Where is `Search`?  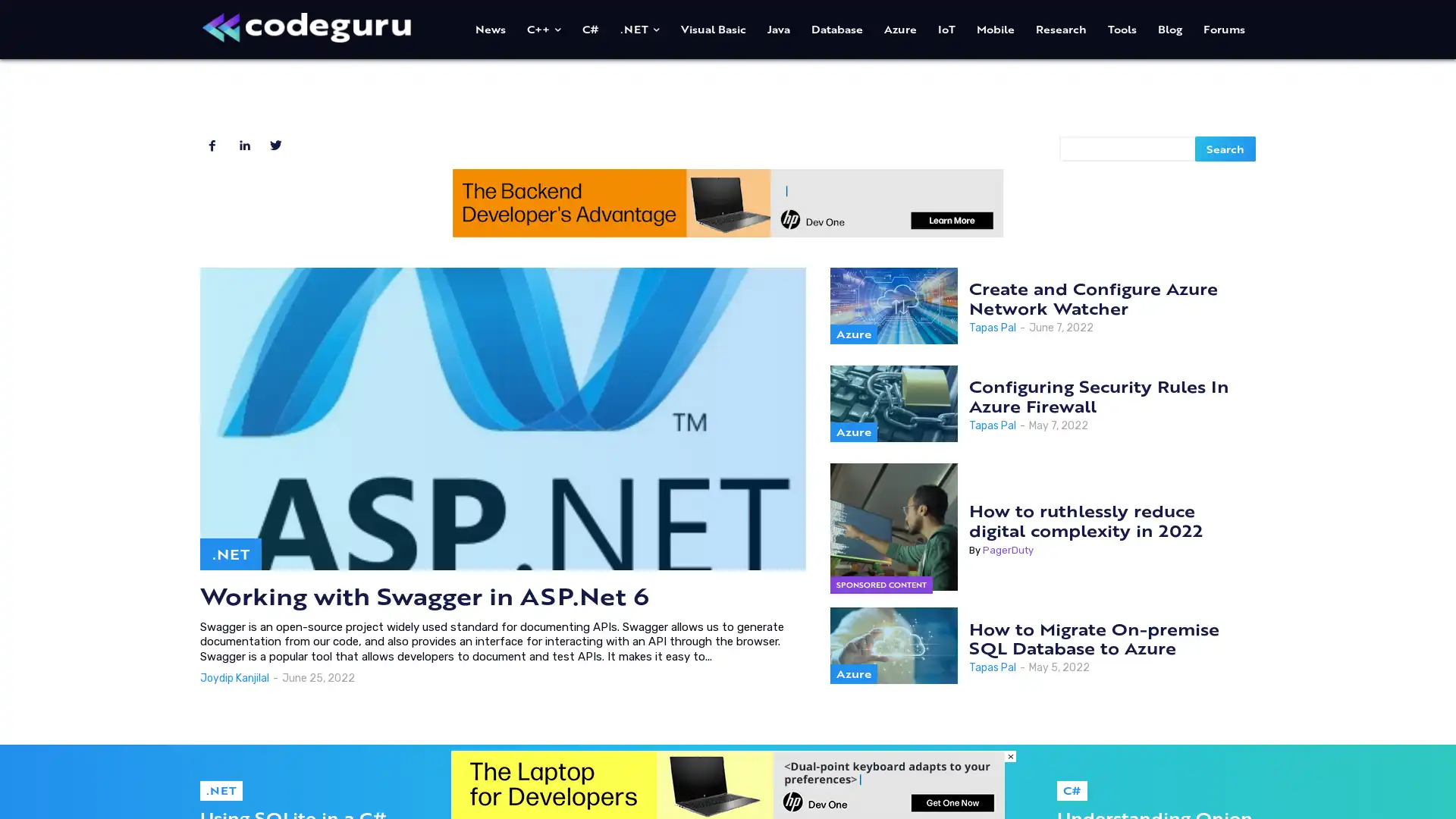
Search is located at coordinates (1225, 148).